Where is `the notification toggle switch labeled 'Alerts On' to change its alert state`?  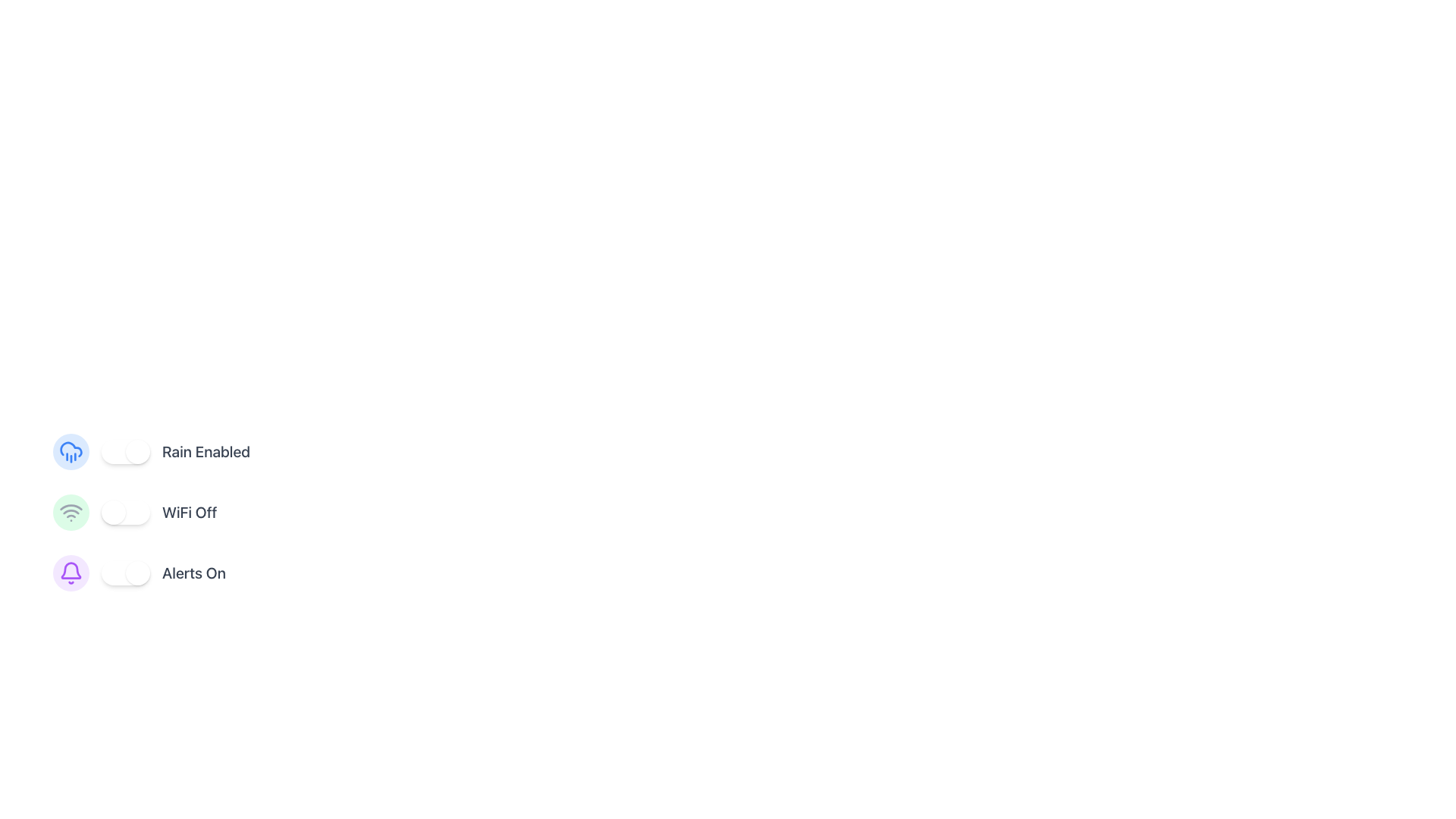 the notification toggle switch labeled 'Alerts On' to change its alert state is located at coordinates (139, 573).